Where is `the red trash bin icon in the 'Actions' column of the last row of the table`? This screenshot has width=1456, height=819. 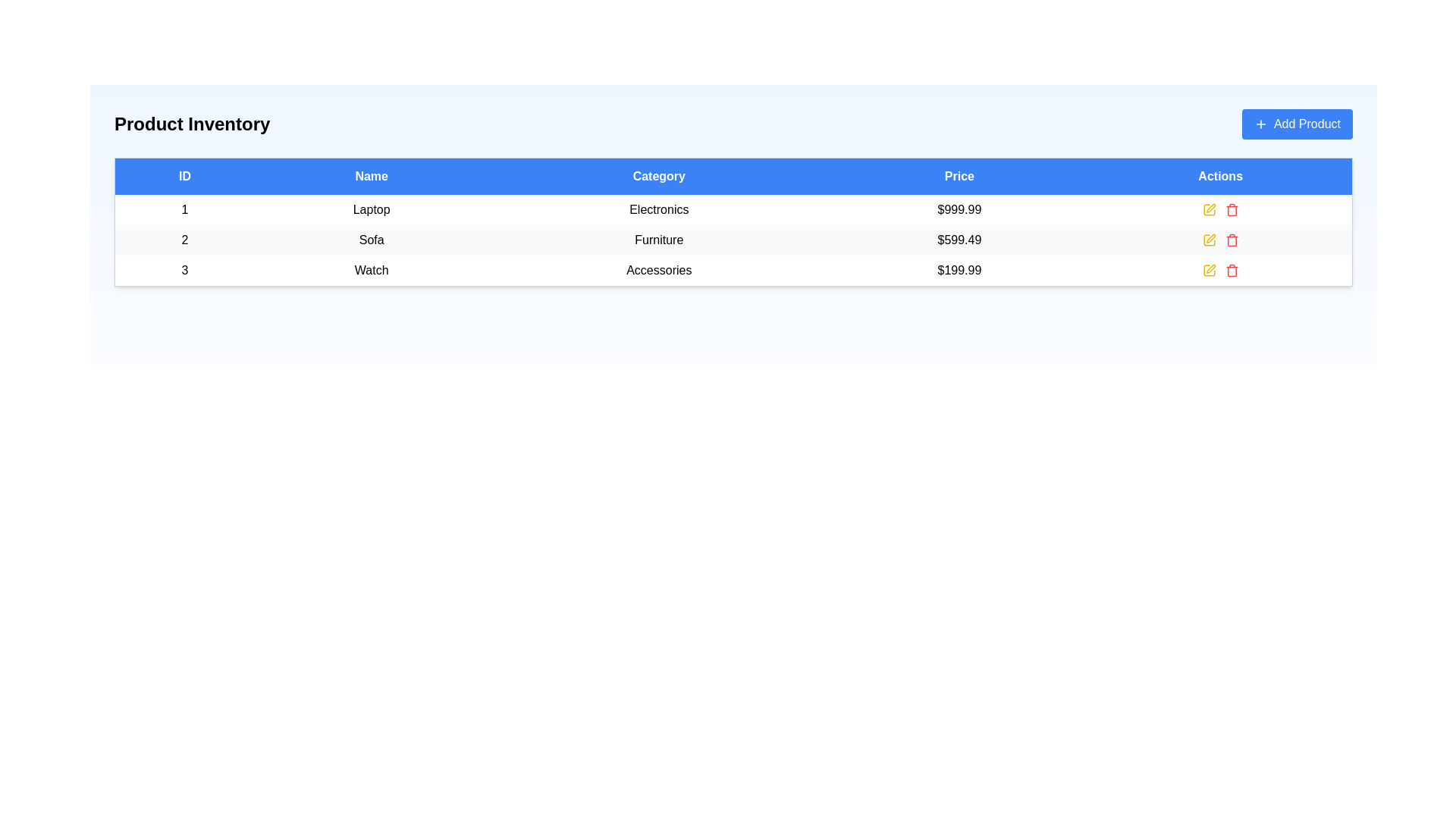 the red trash bin icon in the 'Actions' column of the last row of the table is located at coordinates (1232, 270).